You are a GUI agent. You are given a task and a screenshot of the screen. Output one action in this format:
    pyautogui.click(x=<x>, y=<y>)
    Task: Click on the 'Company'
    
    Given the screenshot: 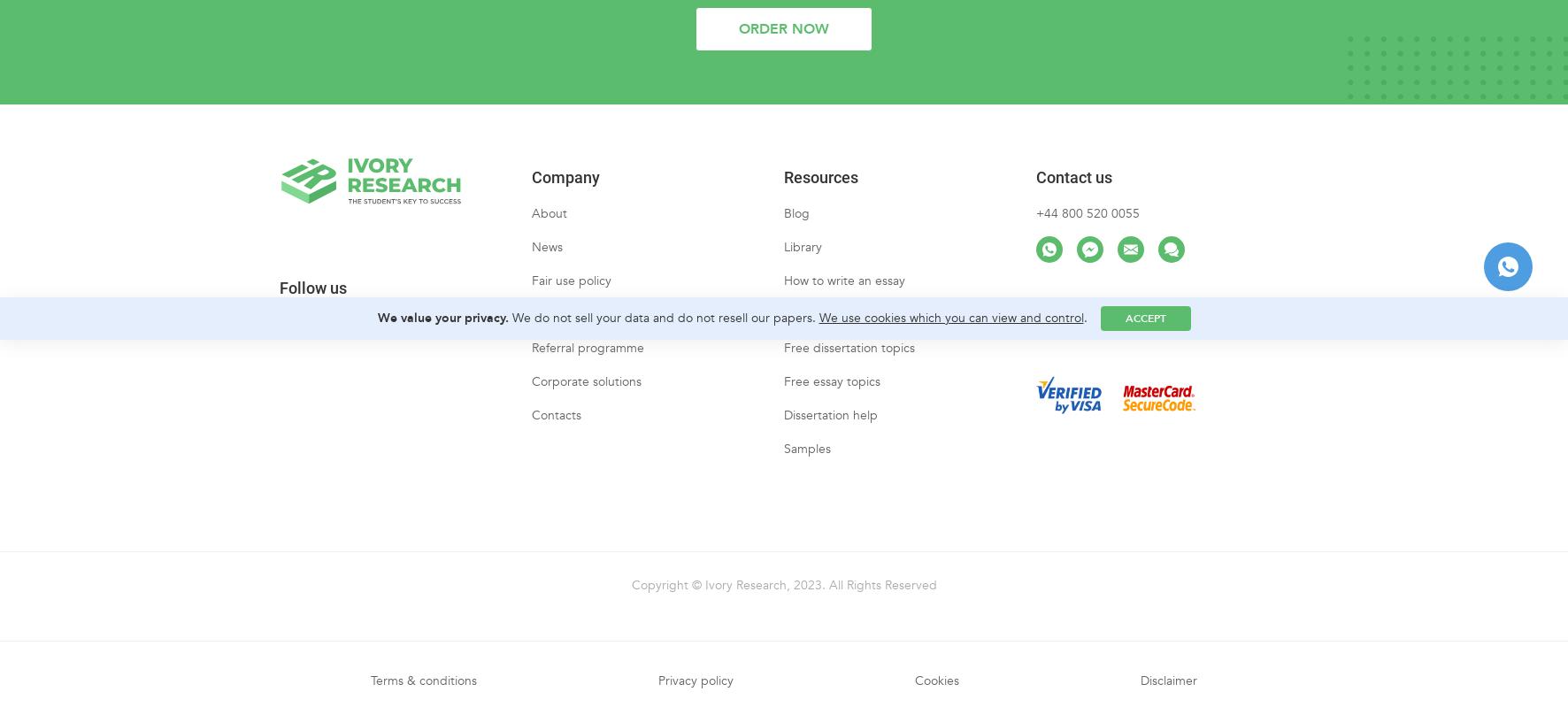 What is the action you would take?
    pyautogui.click(x=532, y=193)
    